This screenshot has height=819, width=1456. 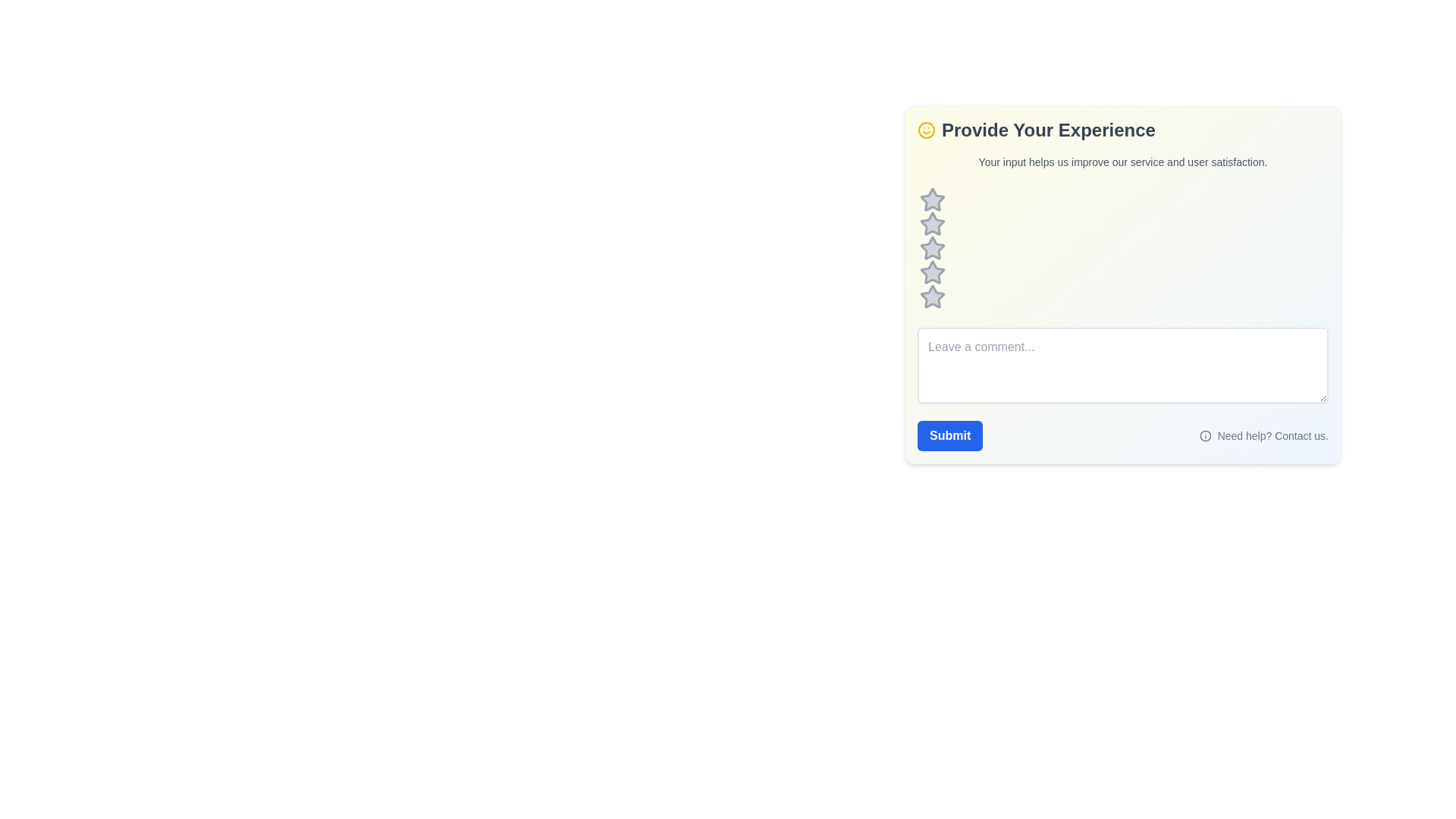 I want to click on the fifth star icon in the vertical rating system to trigger the hover effect, which changes its fill color from gray to yellow, so click(x=931, y=297).